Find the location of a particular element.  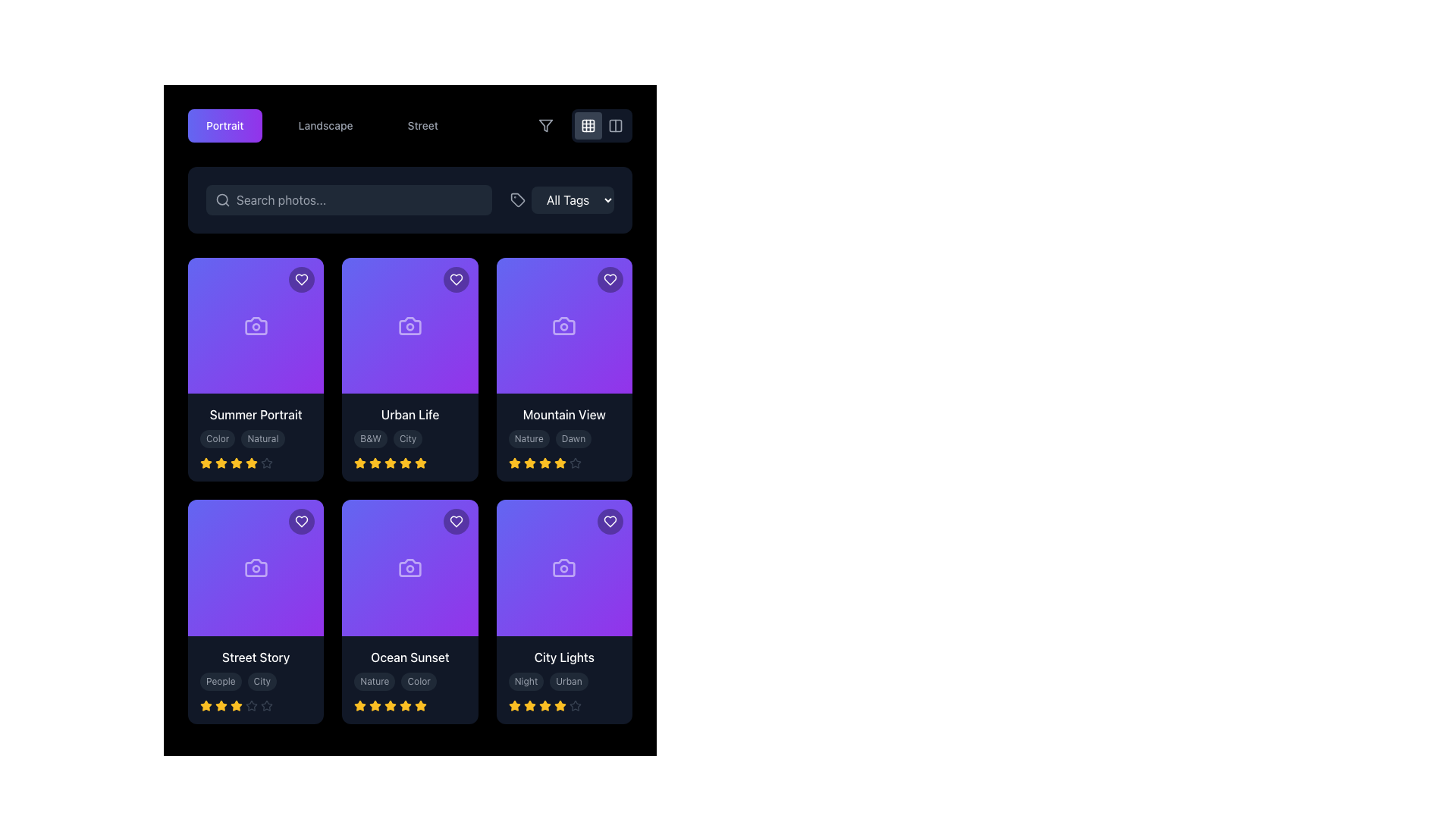

the amber star-shaped icon in the rating section of the 'Ocean Sunset' card to modify the rating is located at coordinates (406, 705).